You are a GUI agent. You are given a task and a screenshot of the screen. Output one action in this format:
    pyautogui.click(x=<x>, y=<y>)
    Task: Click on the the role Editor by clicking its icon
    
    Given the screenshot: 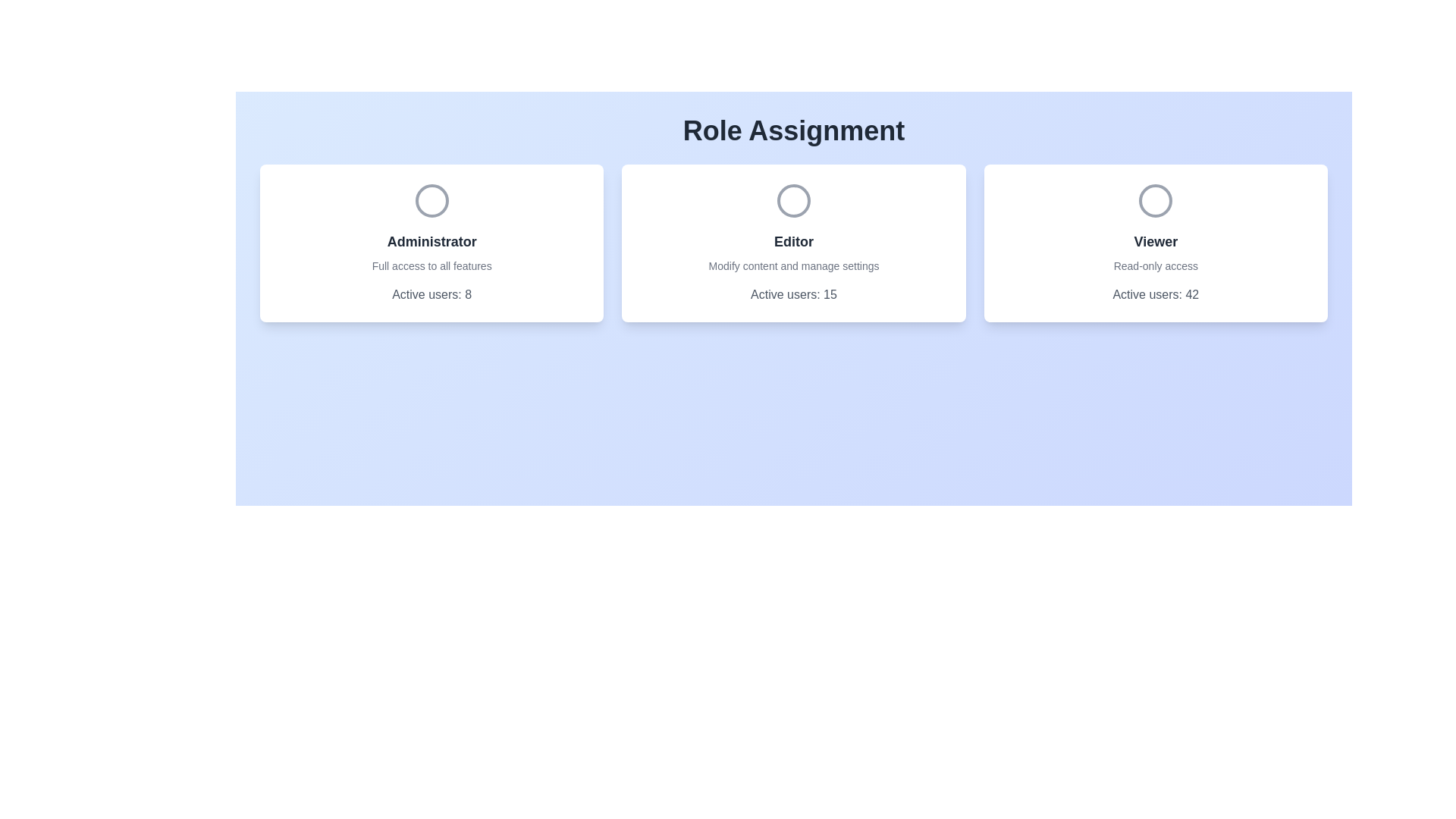 What is the action you would take?
    pyautogui.click(x=792, y=200)
    